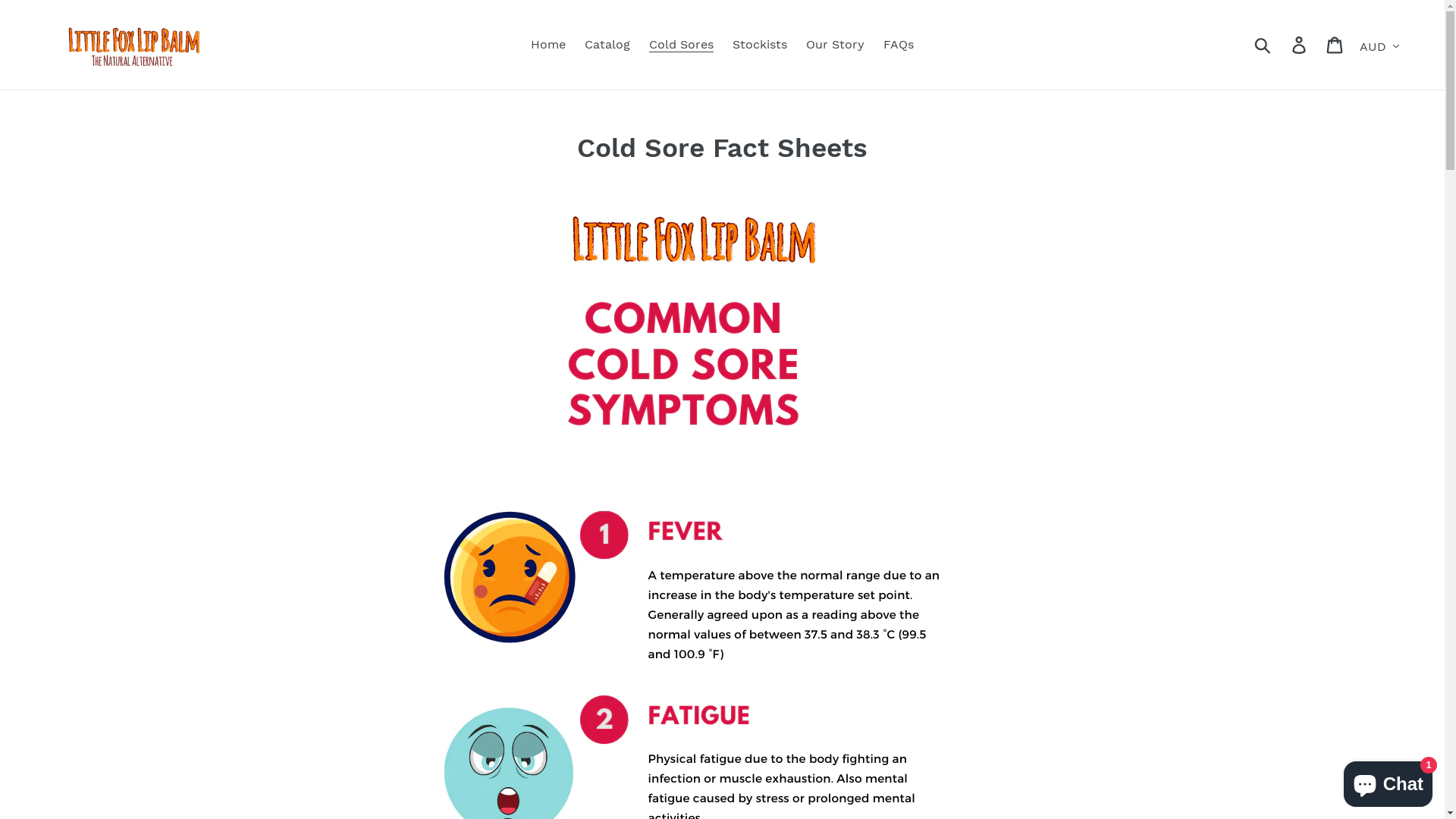  What do you see at coordinates (1281, 44) in the screenshot?
I see `'Log in'` at bounding box center [1281, 44].